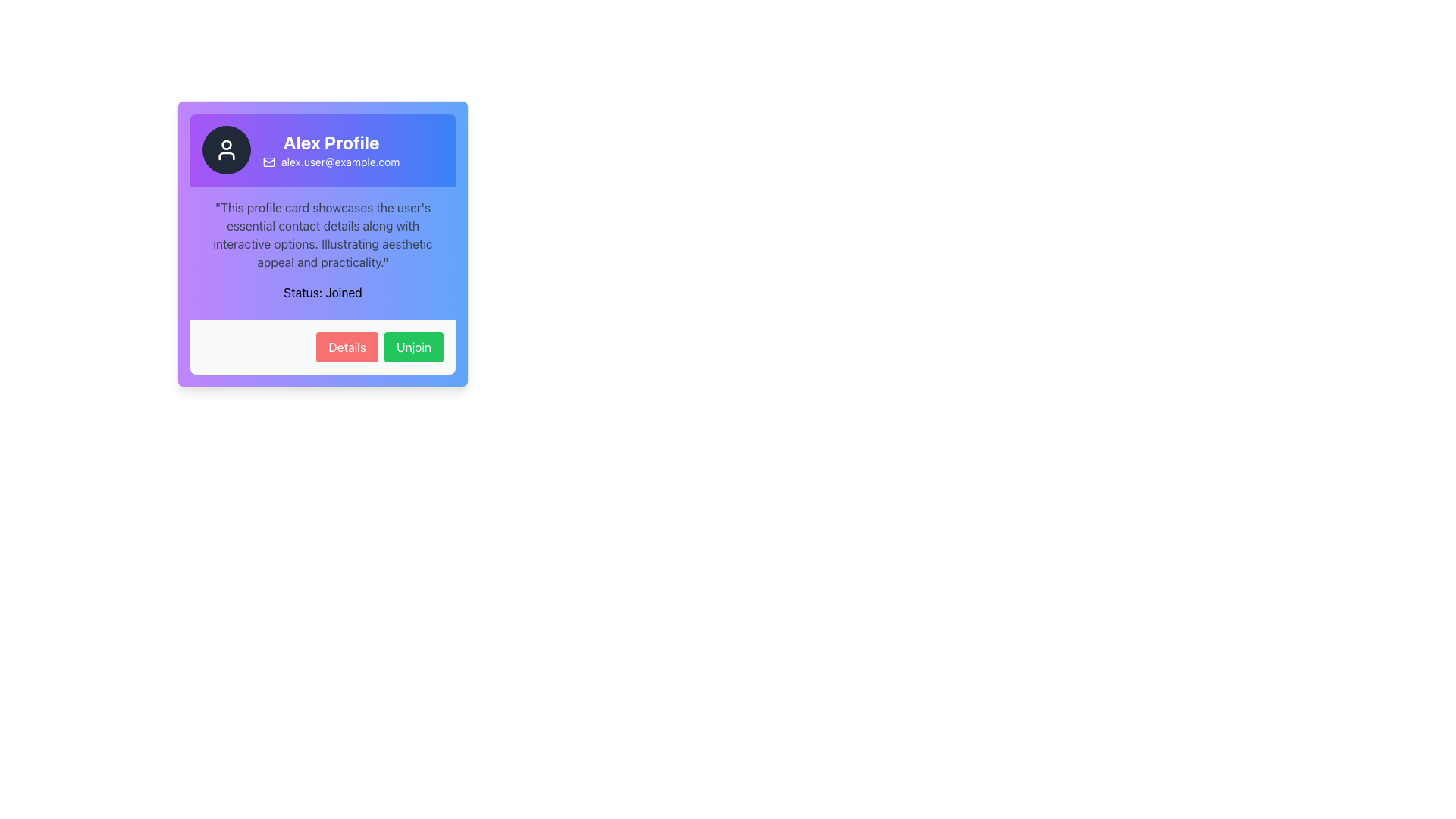  Describe the element at coordinates (322, 149) in the screenshot. I see `the header labeled 'Alex Profile' that includes a user icon and an email address below, by clicking on it to use the information presented` at that location.